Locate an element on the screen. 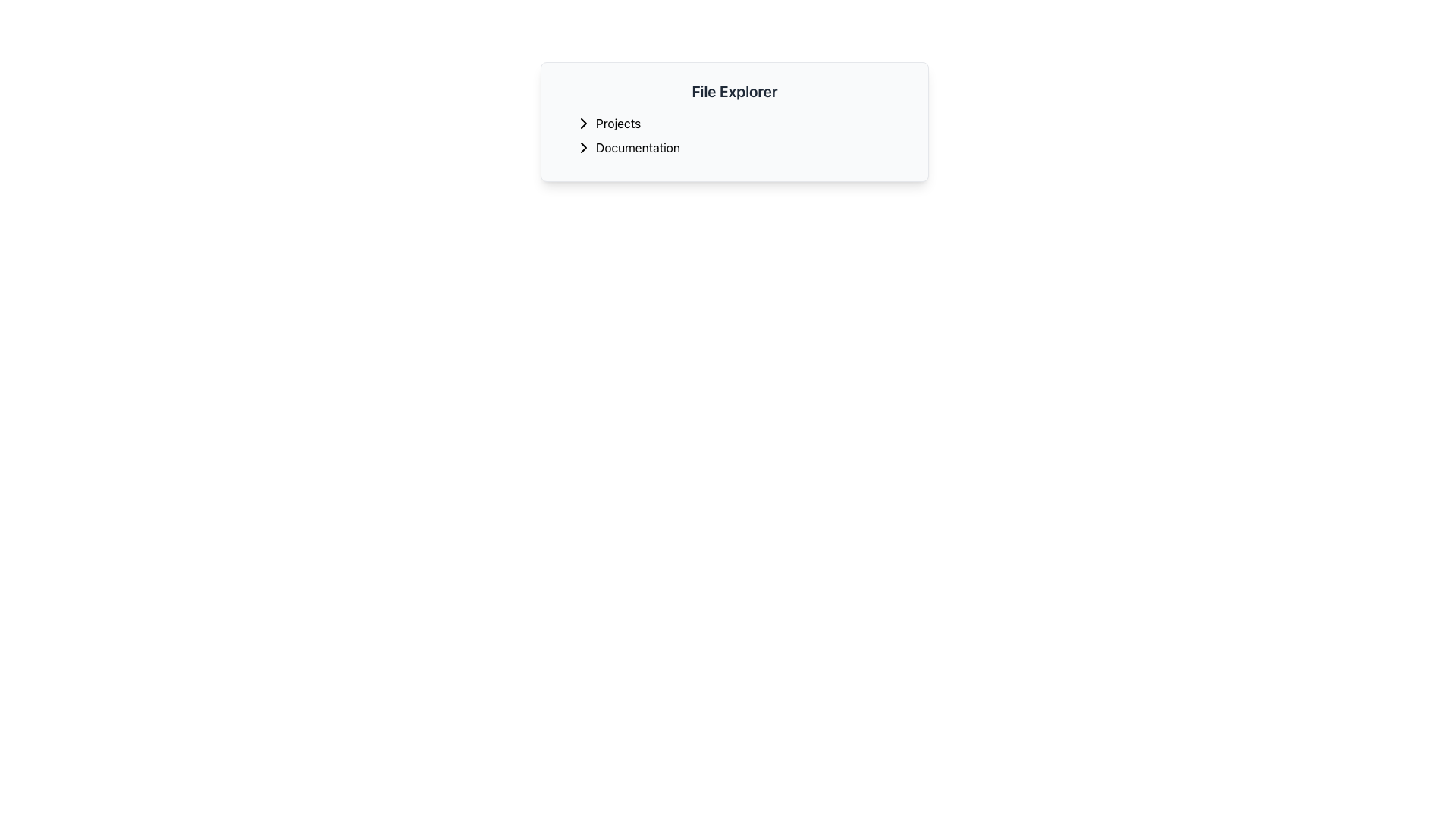 The height and width of the screenshot is (819, 1456). the right-arrow icon located to the left of the 'Documentation' text is located at coordinates (582, 148).